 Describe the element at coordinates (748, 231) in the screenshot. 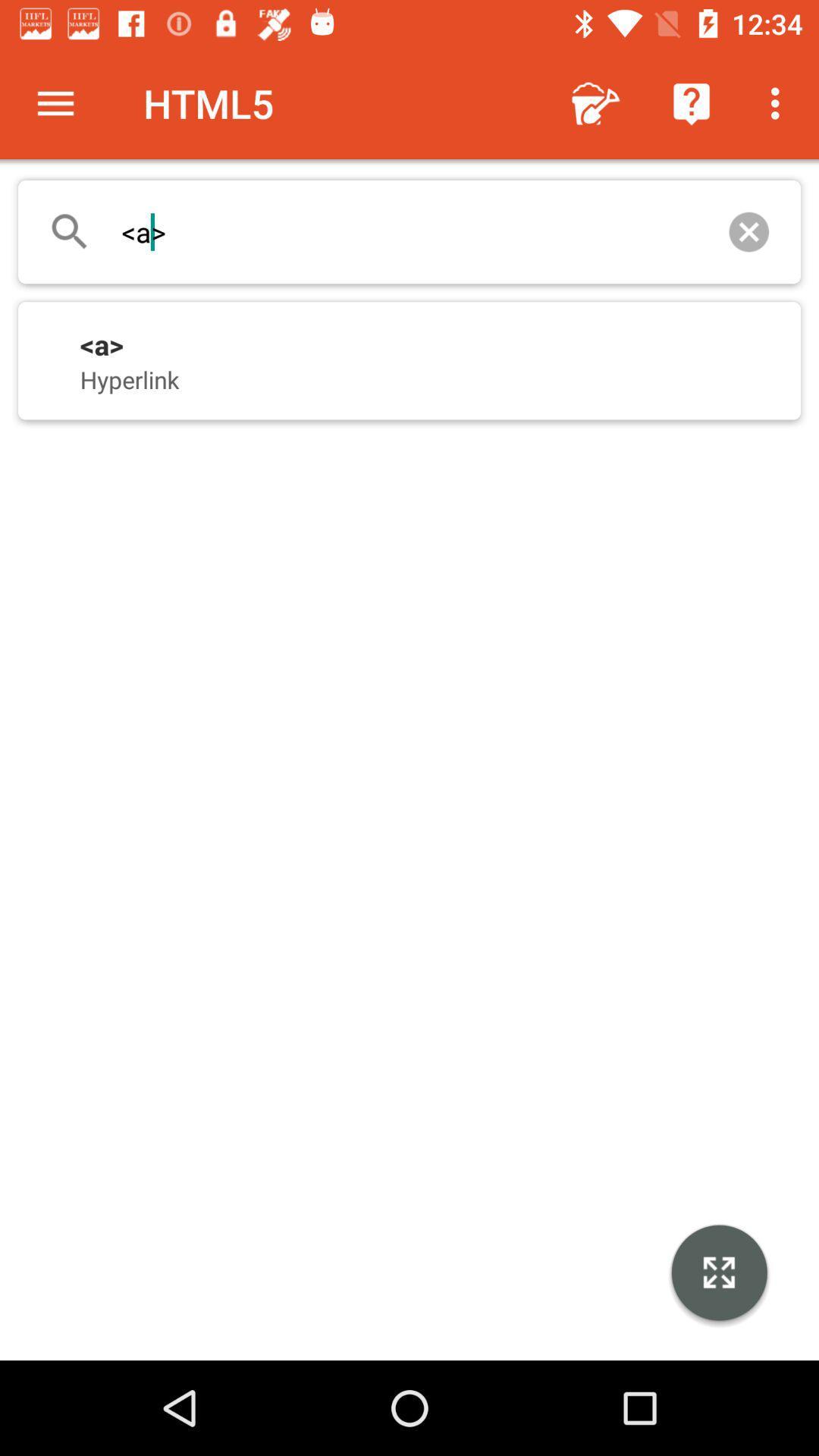

I see `item next to <a> icon` at that location.